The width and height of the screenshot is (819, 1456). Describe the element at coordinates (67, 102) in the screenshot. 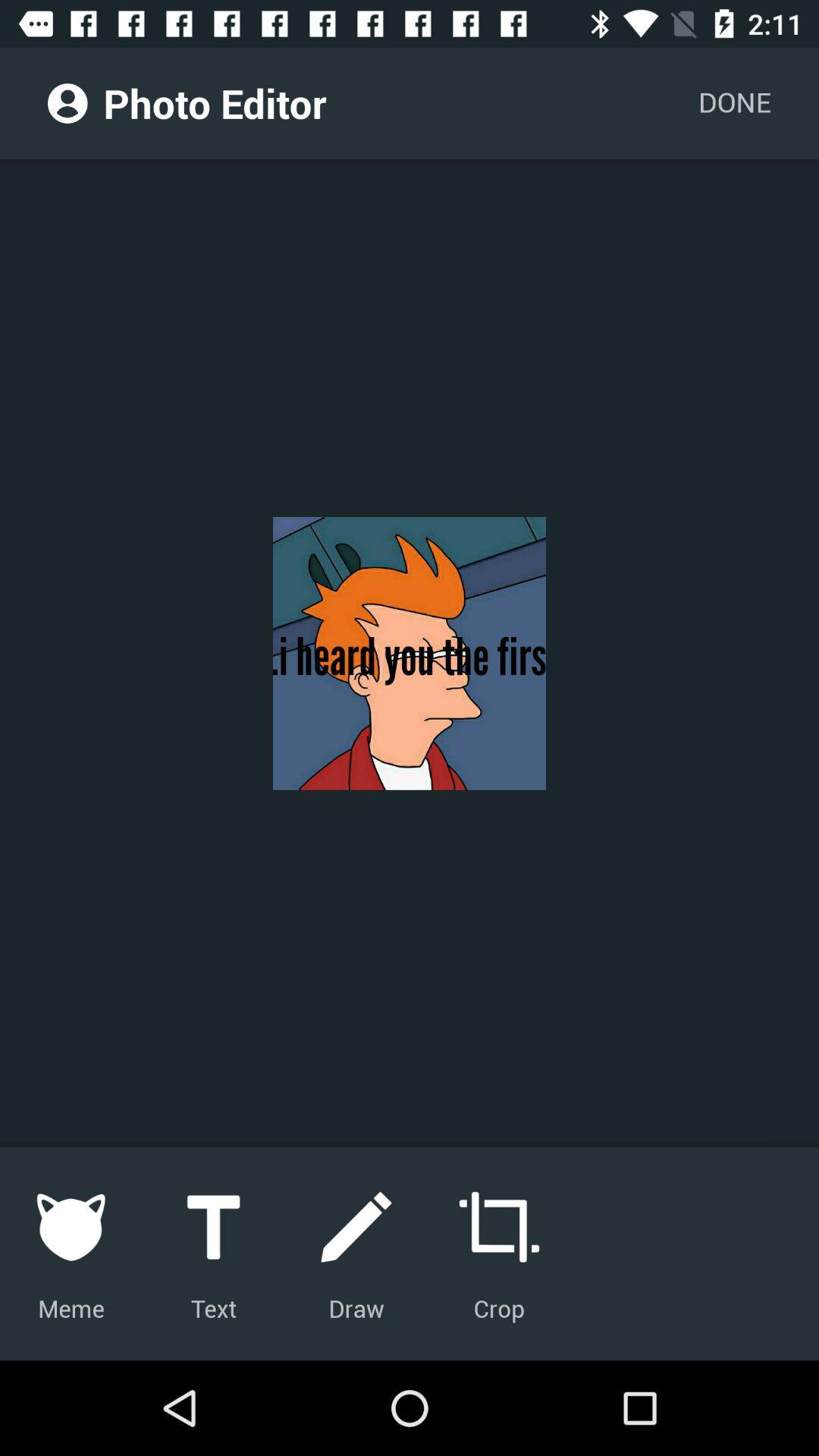

I see `the icon next to photo editor icon` at that location.